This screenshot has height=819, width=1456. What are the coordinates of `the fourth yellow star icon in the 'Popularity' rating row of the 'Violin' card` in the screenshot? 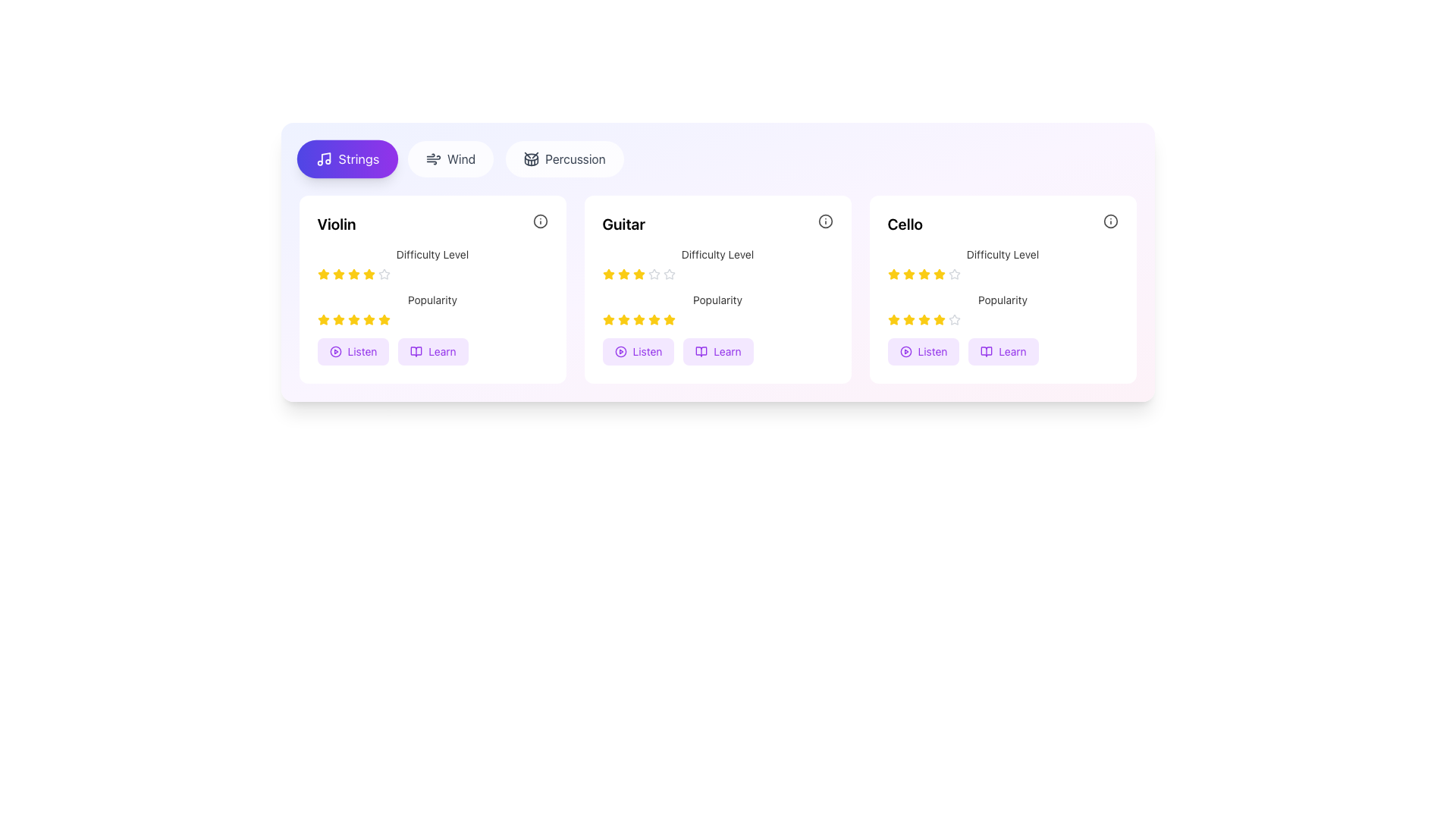 It's located at (322, 318).